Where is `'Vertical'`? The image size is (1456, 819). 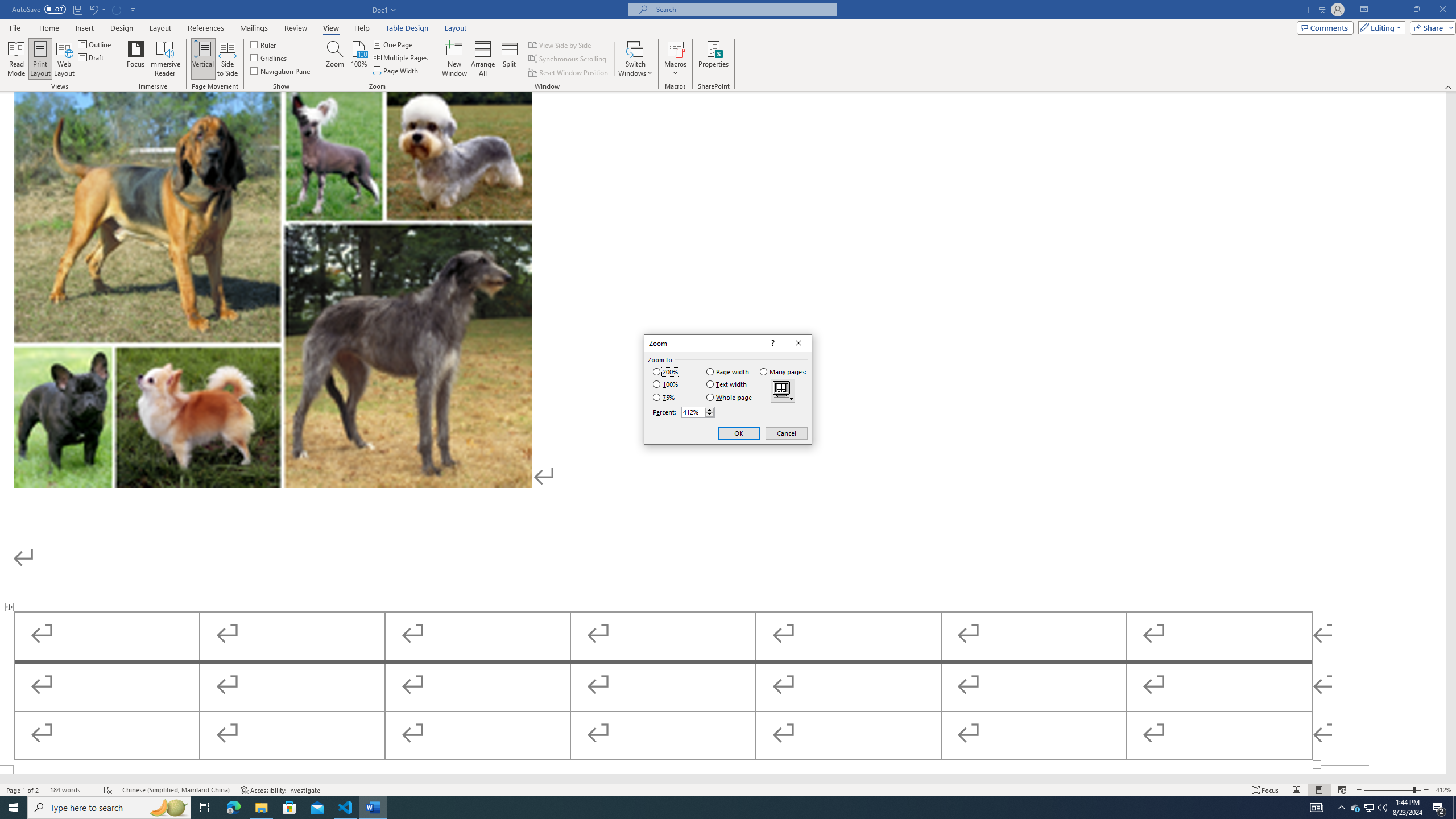
'Vertical' is located at coordinates (202, 59).